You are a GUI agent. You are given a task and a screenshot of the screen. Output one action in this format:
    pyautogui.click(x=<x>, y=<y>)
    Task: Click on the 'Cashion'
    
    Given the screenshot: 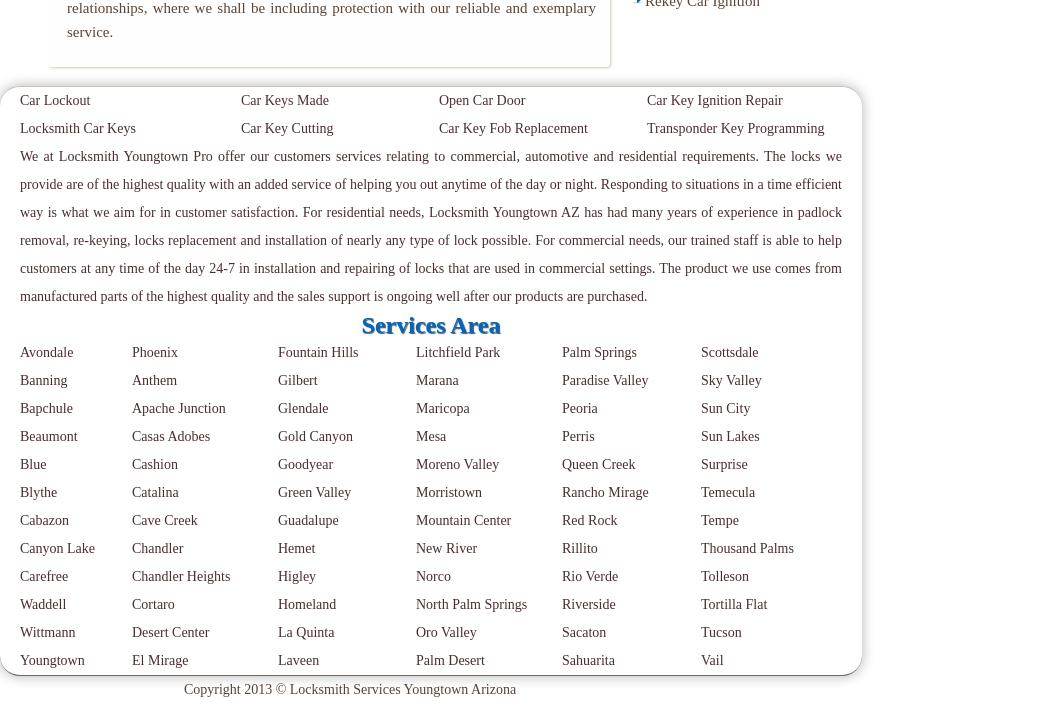 What is the action you would take?
    pyautogui.click(x=154, y=463)
    